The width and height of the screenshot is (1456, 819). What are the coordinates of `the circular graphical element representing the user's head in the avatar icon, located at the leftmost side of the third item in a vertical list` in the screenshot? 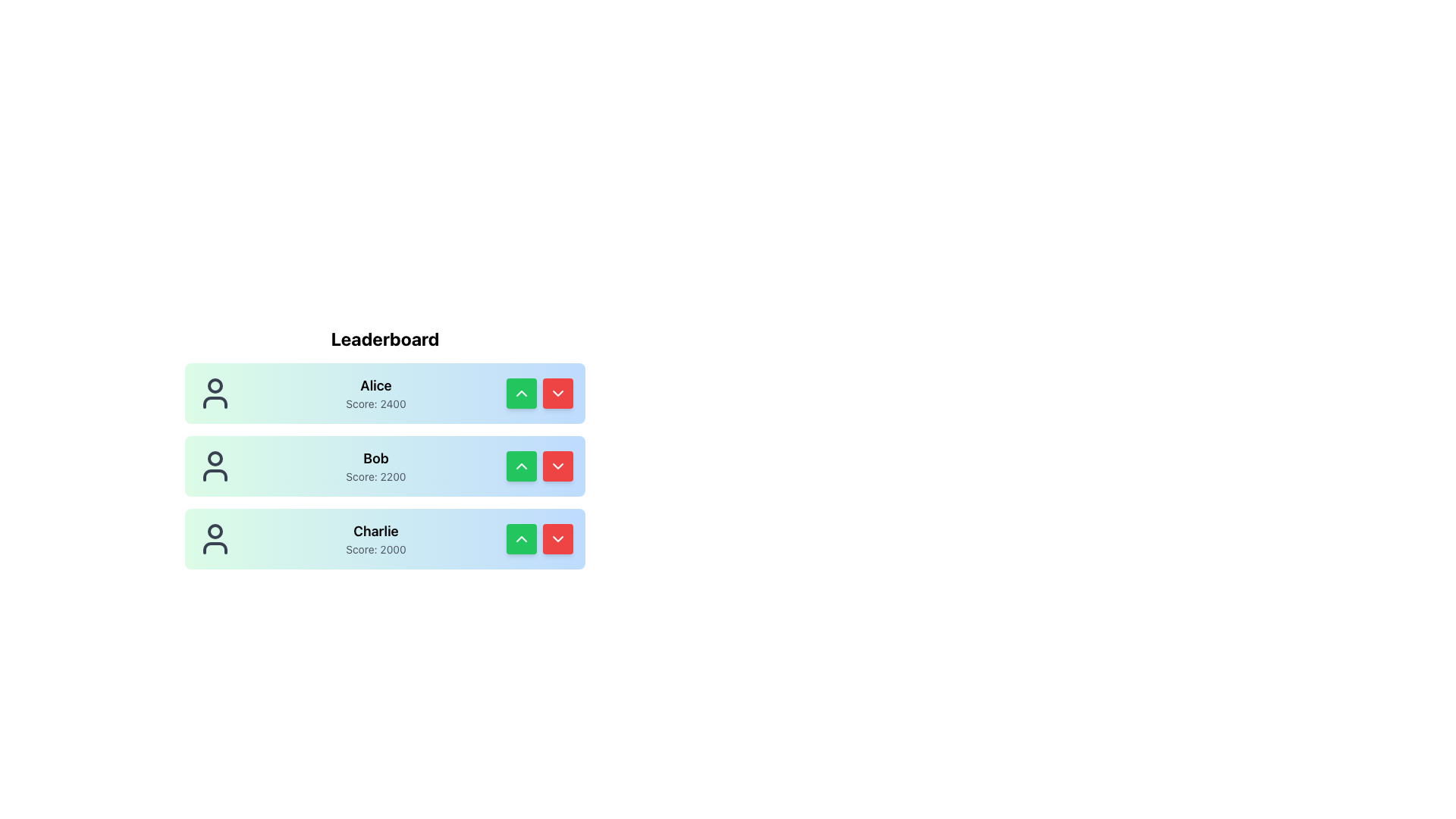 It's located at (214, 531).